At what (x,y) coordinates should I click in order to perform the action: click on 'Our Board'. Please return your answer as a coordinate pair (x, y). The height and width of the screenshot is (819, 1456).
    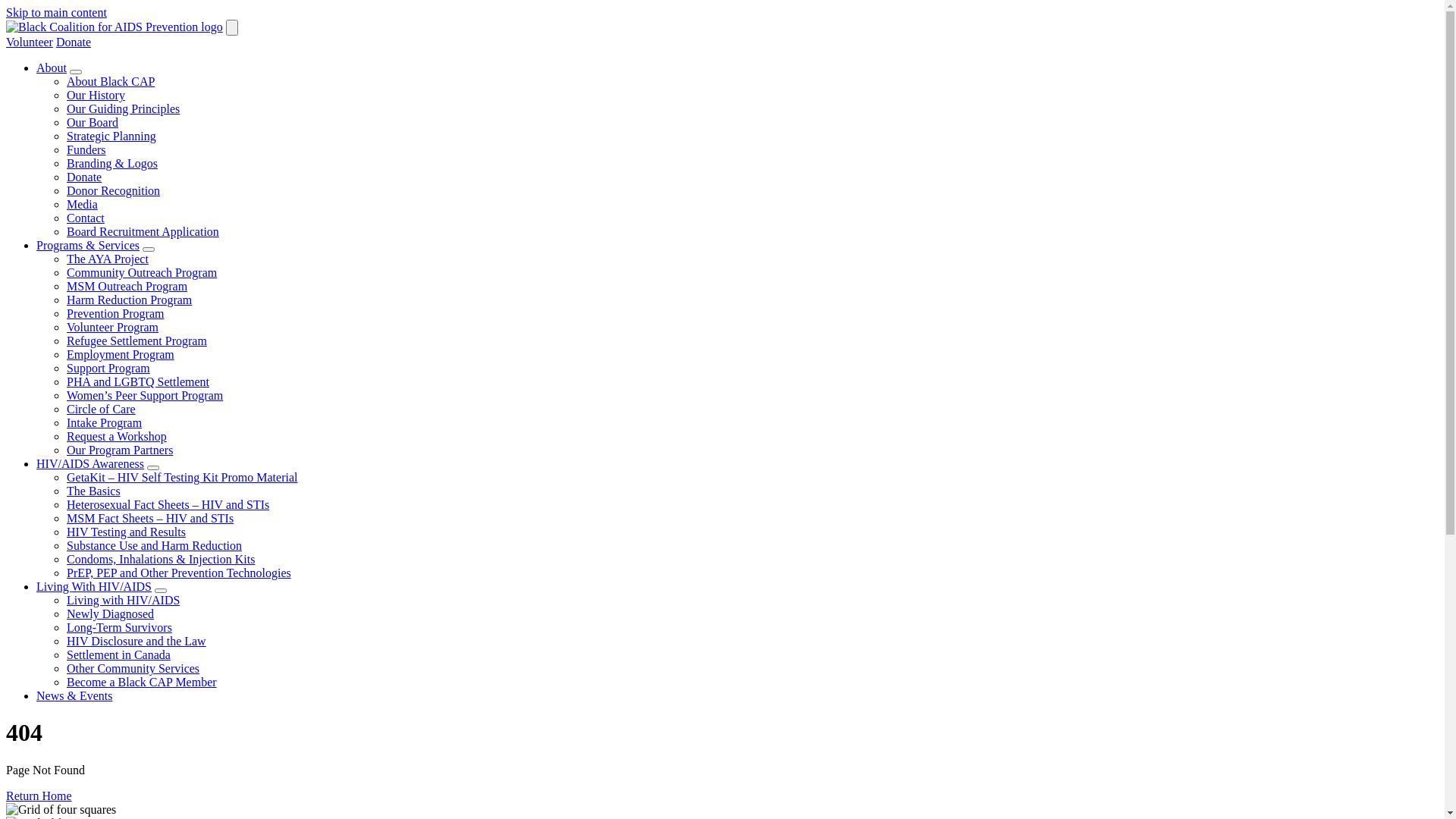
    Looking at the image, I should click on (91, 121).